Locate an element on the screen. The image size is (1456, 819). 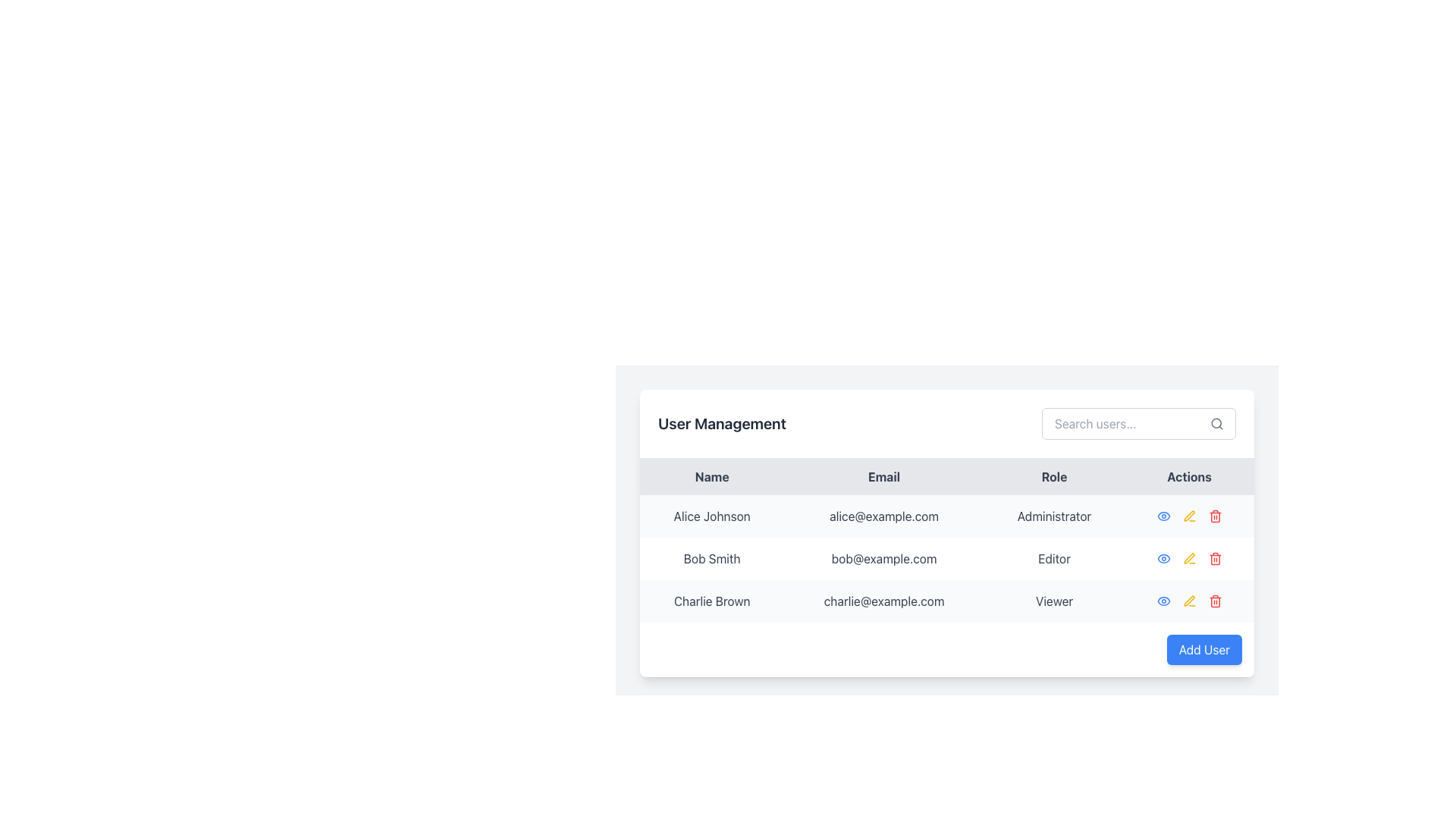
the 'Role' text label in the third column header of the 'User Management' section, which is styled in bold on a light gray background is located at coordinates (1053, 475).